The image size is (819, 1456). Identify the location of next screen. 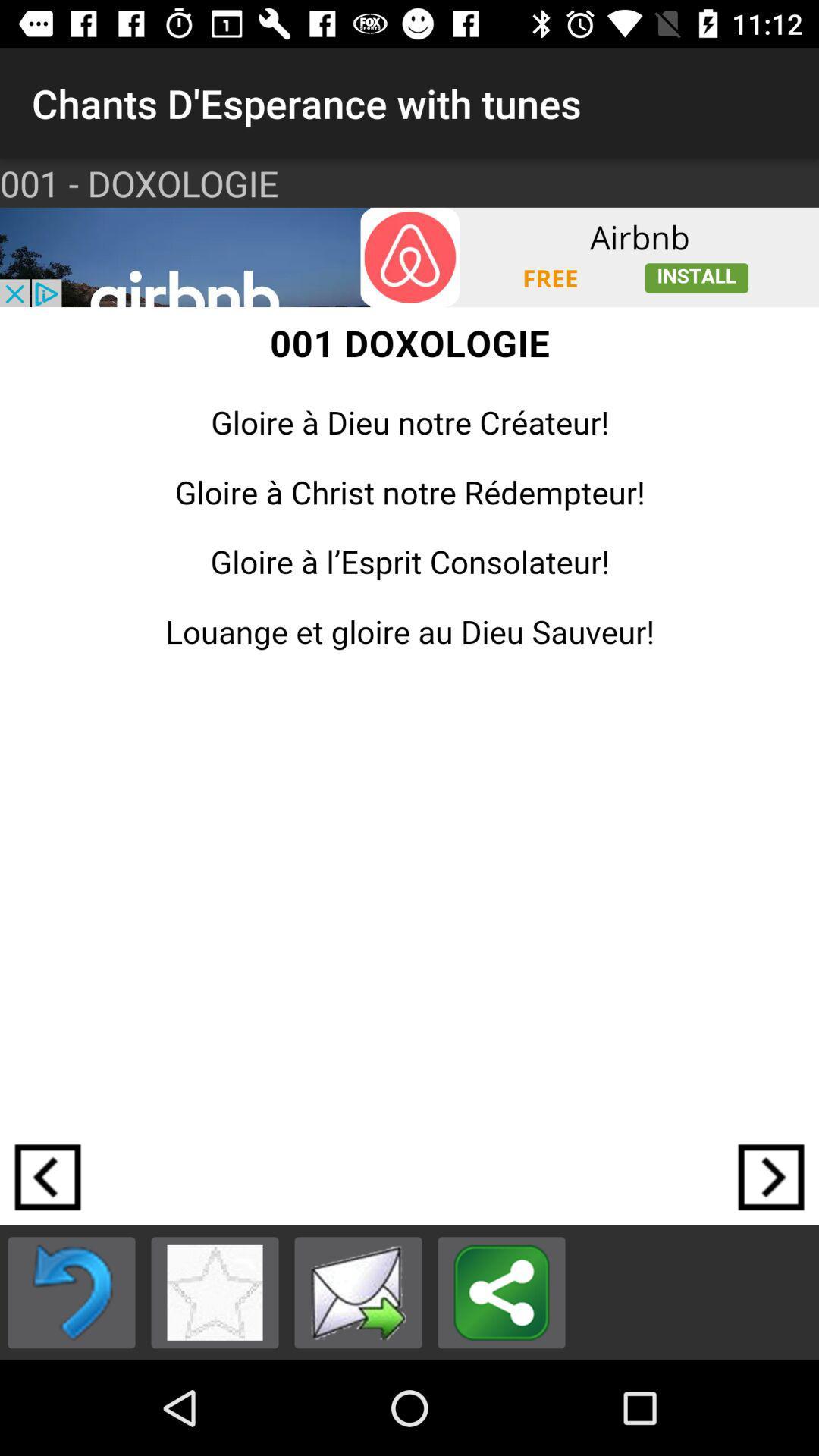
(771, 1176).